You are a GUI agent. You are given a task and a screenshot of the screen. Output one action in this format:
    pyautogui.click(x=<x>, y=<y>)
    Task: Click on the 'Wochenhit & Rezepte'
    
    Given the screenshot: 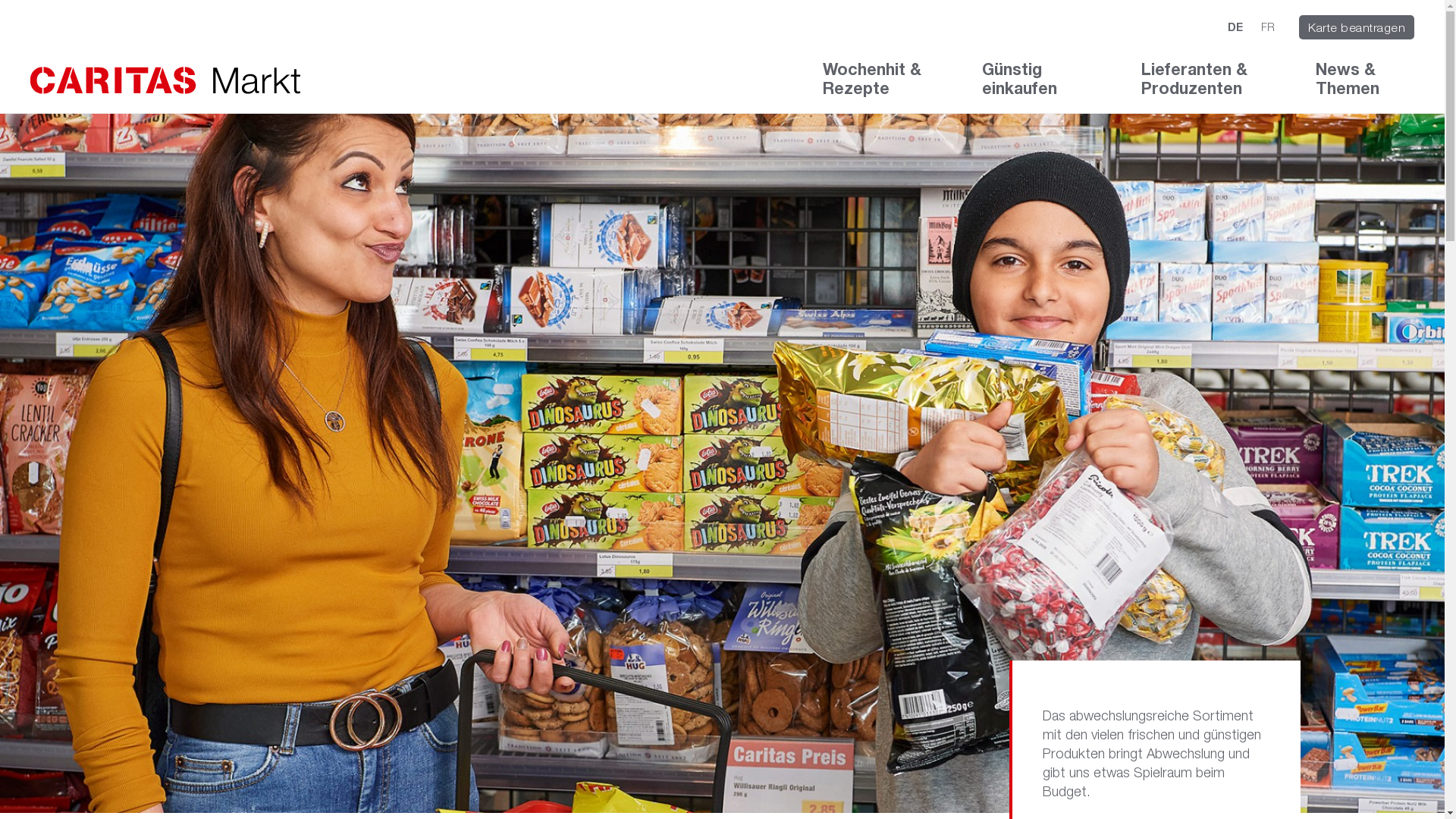 What is the action you would take?
    pyautogui.click(x=880, y=86)
    